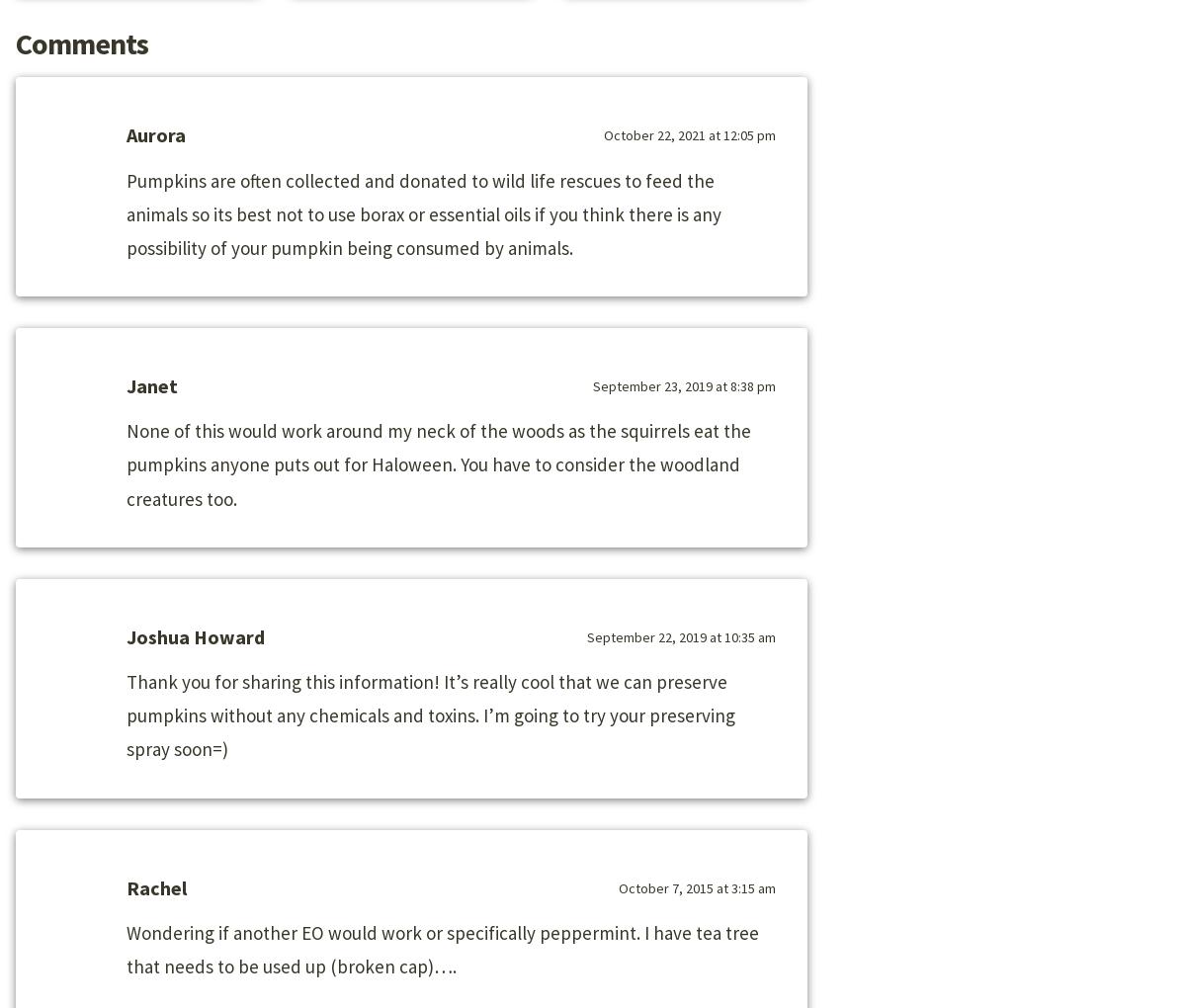 The width and height of the screenshot is (1186, 1008). Describe the element at coordinates (150, 385) in the screenshot. I see `'Janet'` at that location.